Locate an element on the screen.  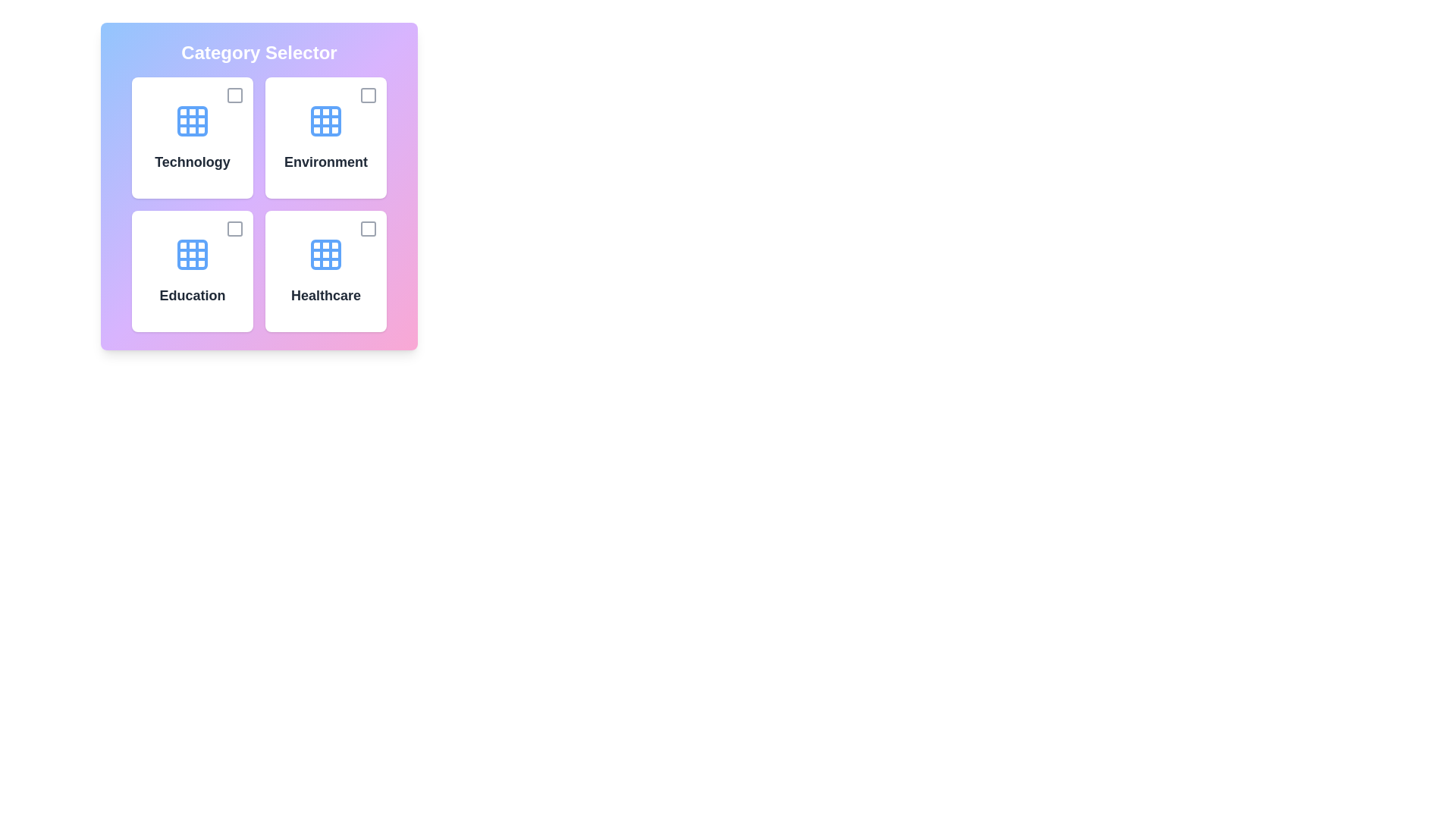
the category card labeled Healthcare to toggle its selection state is located at coordinates (325, 271).